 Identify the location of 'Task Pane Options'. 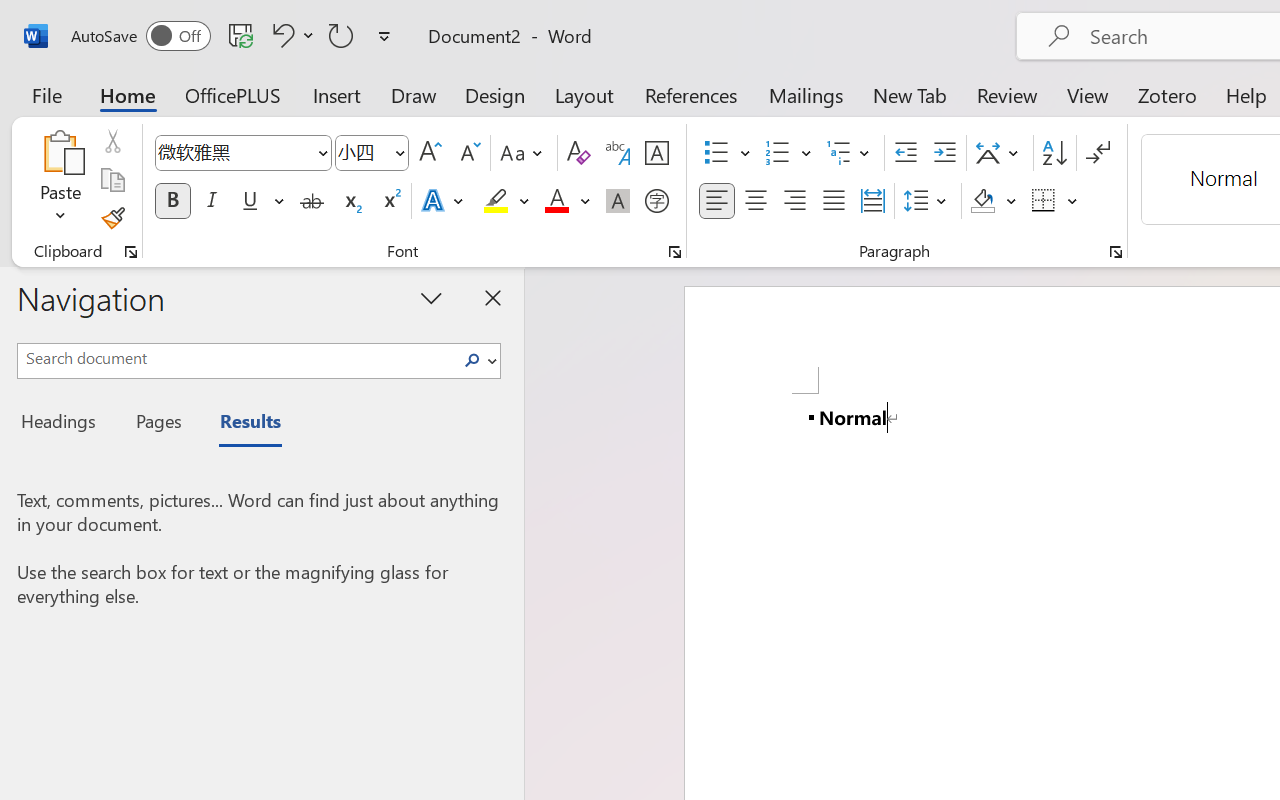
(431, 297).